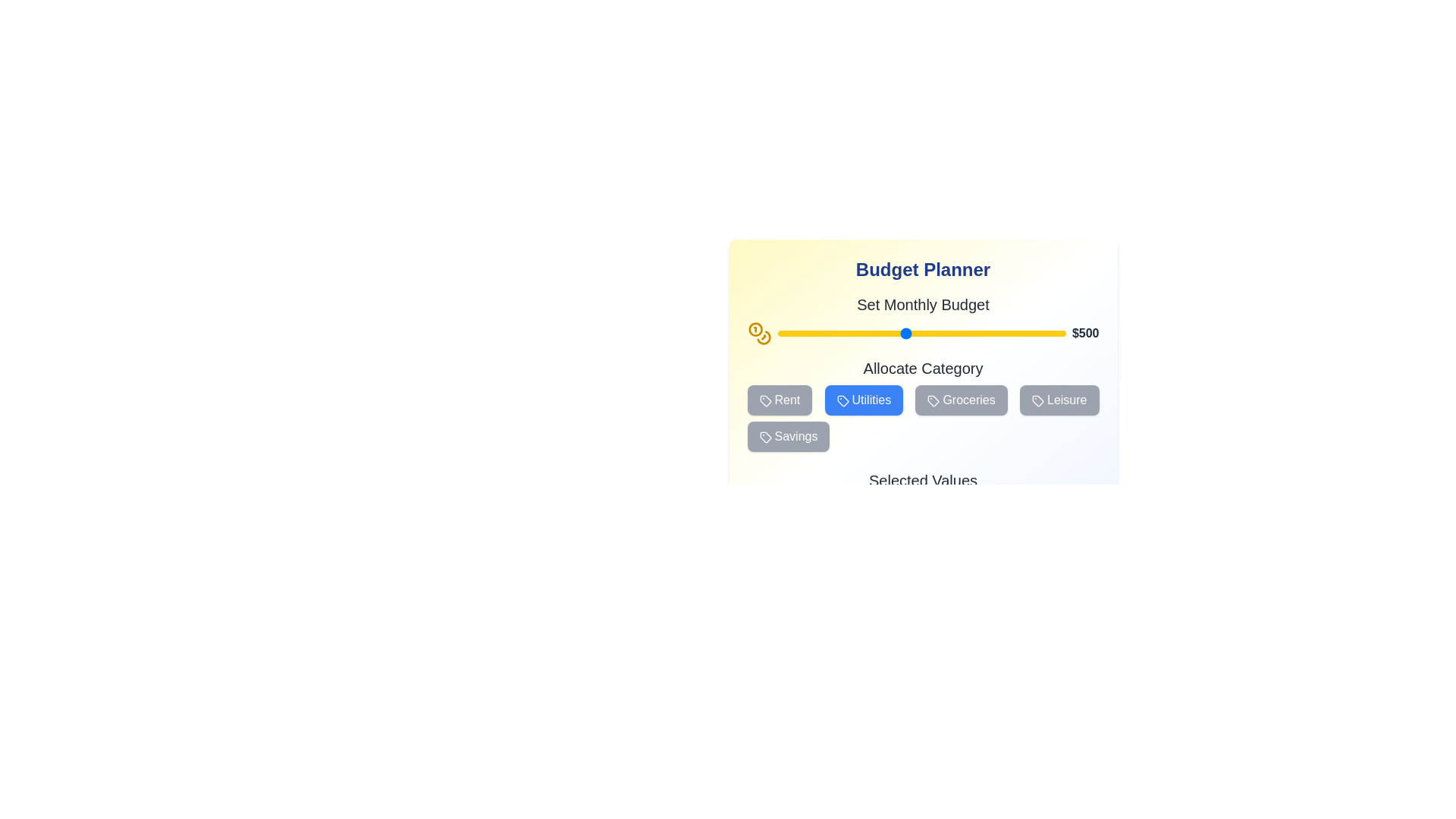  Describe the element at coordinates (1009, 332) in the screenshot. I see `the slider` at that location.